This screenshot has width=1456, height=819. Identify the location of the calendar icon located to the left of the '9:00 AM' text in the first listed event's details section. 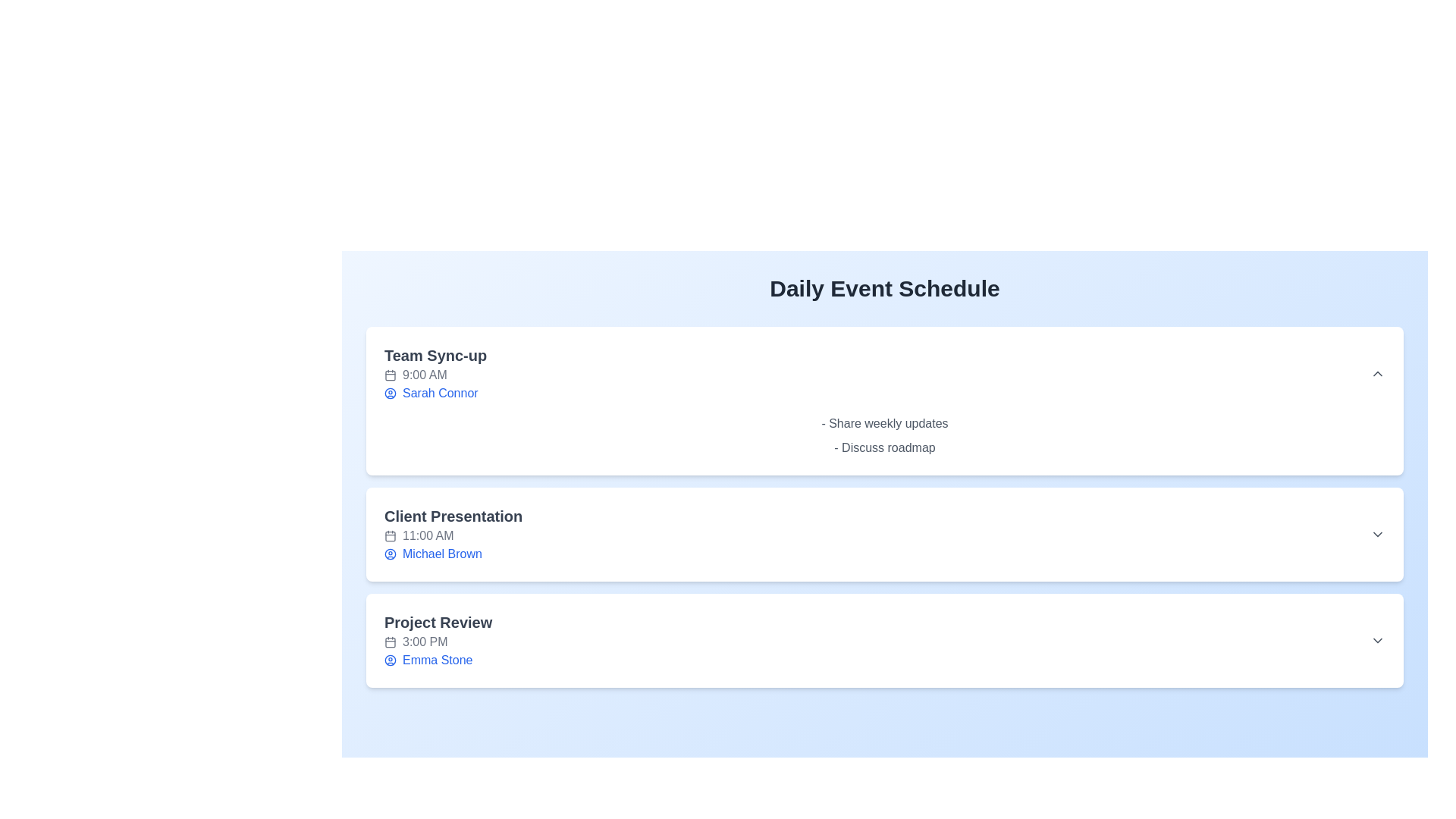
(390, 375).